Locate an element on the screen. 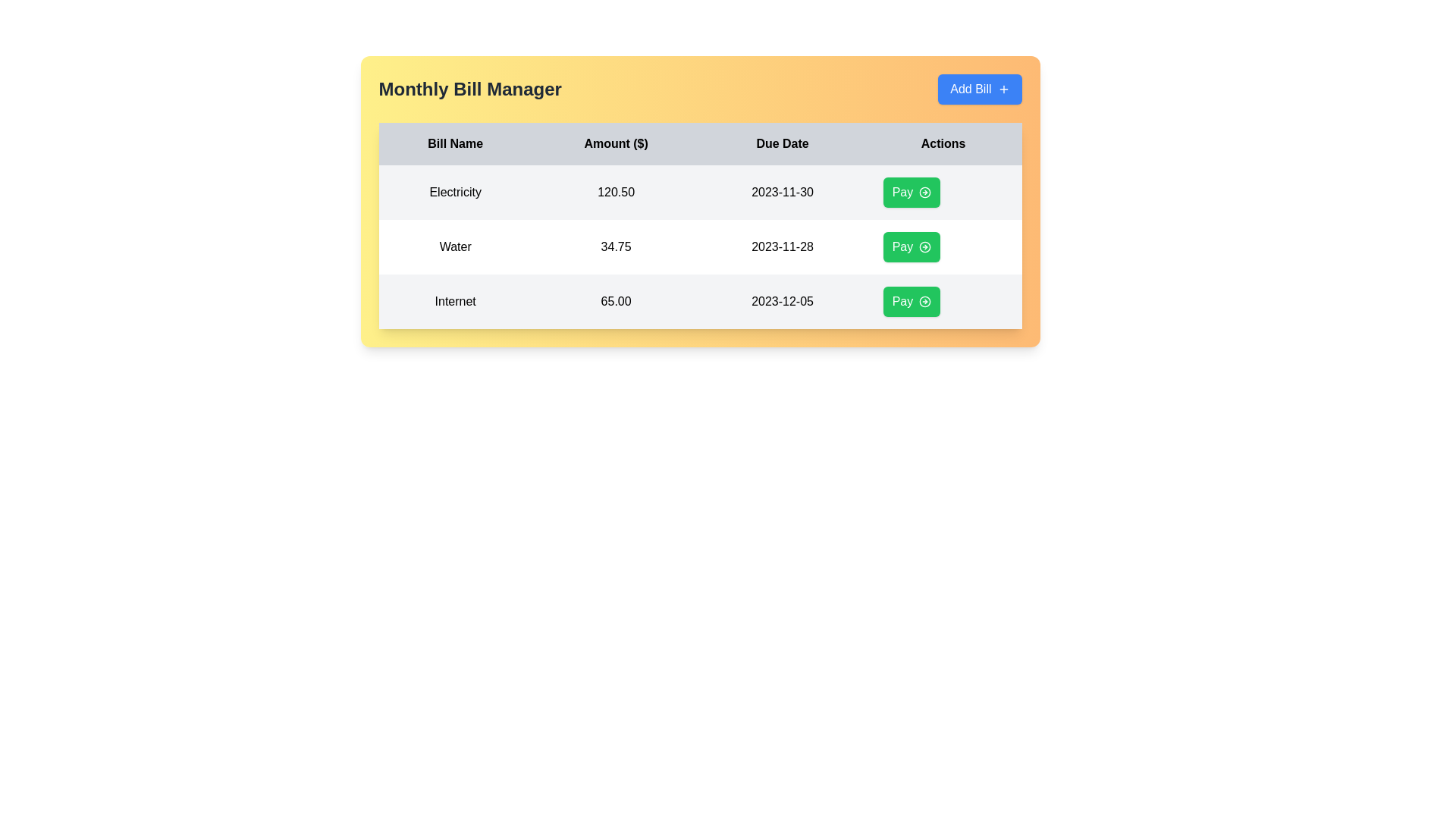 This screenshot has height=819, width=1456. the green 'Pay' button with rounded corners in the 'Actions' column for the 'Electricity' bill entry is located at coordinates (943, 192).